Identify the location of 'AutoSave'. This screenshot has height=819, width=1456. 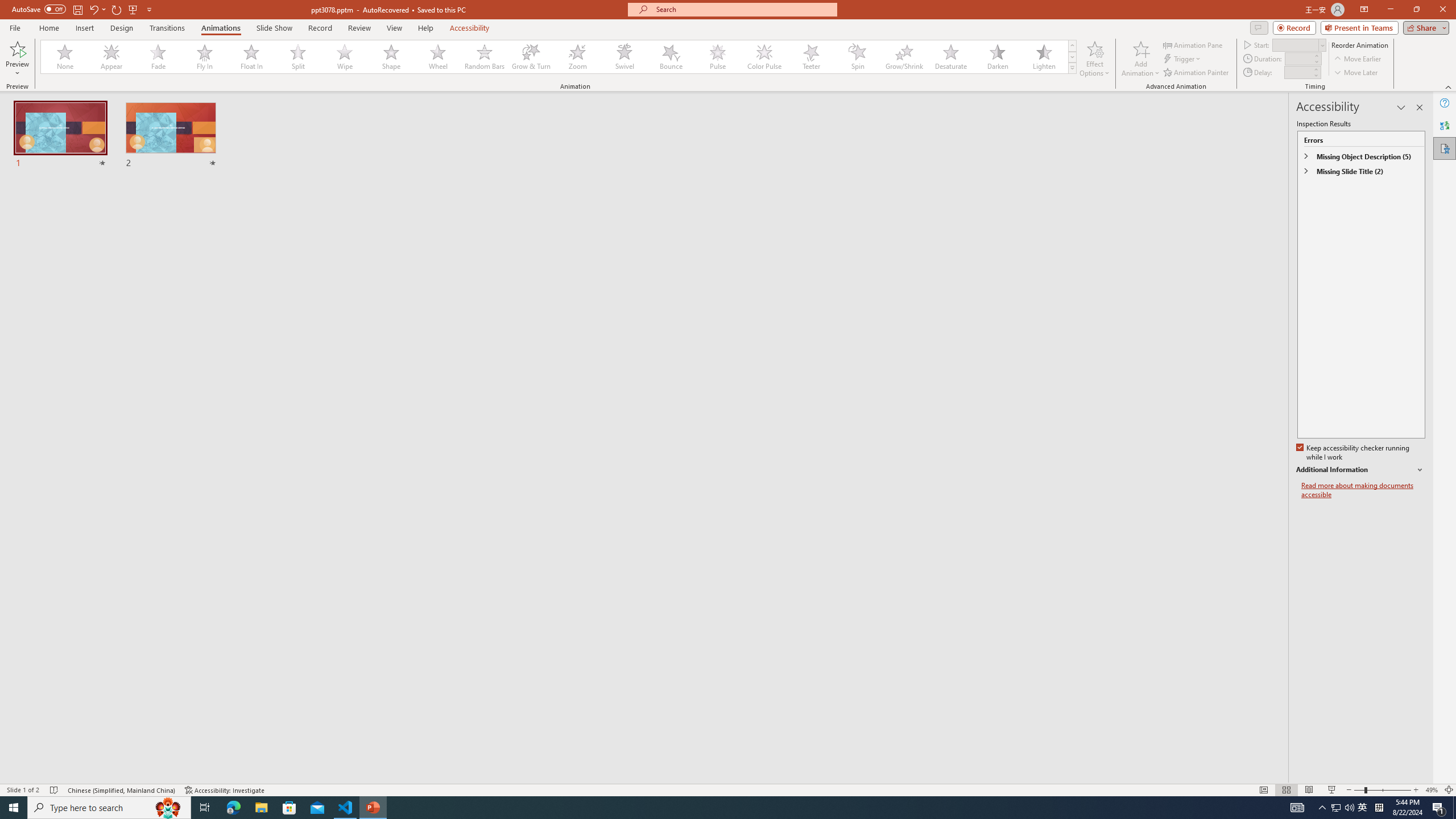
(39, 9).